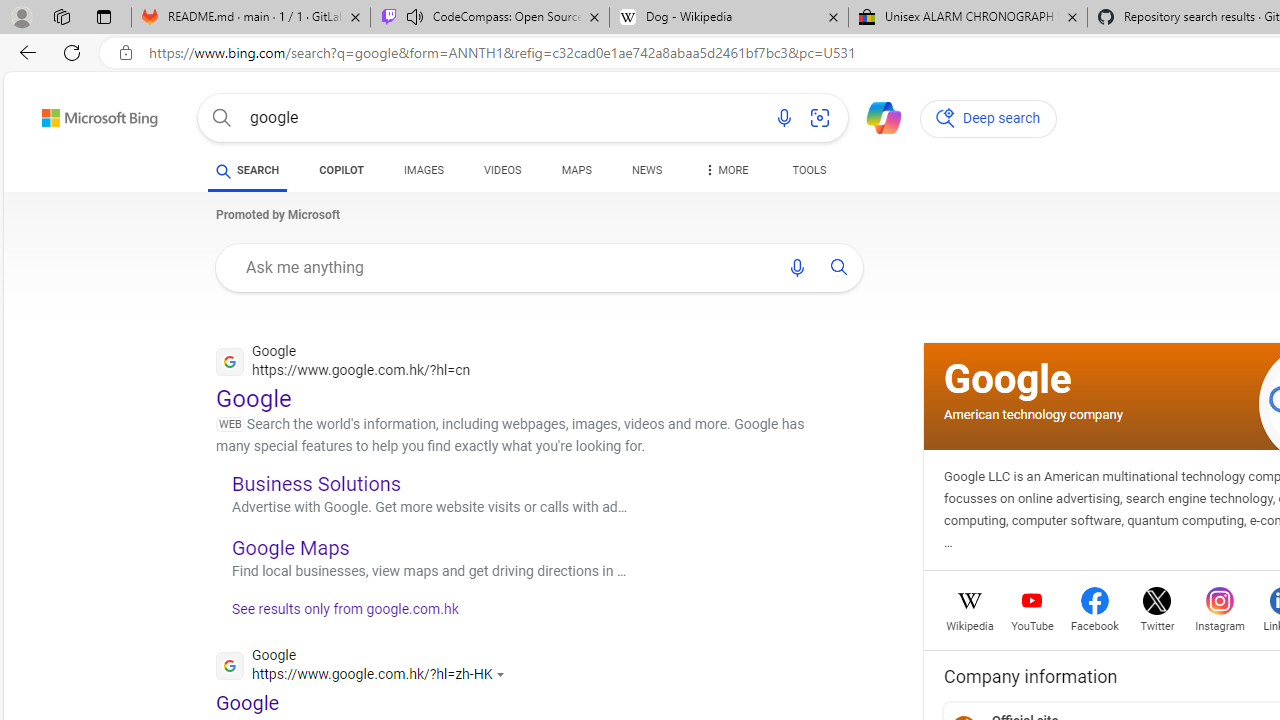  Describe the element at coordinates (808, 170) in the screenshot. I see `'TOOLS'` at that location.